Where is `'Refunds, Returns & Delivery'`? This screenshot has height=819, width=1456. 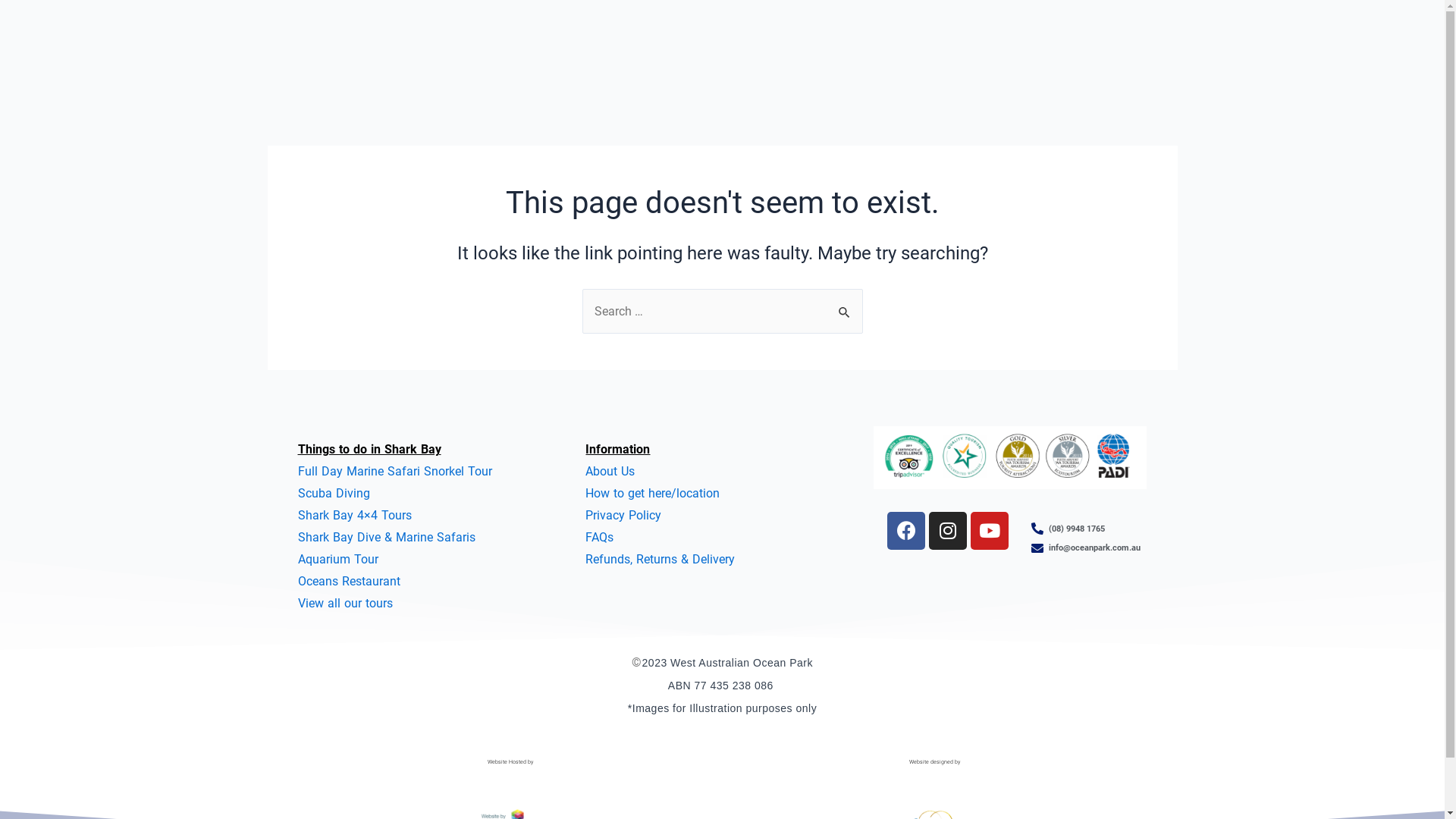
'Refunds, Returns & Delivery' is located at coordinates (660, 559).